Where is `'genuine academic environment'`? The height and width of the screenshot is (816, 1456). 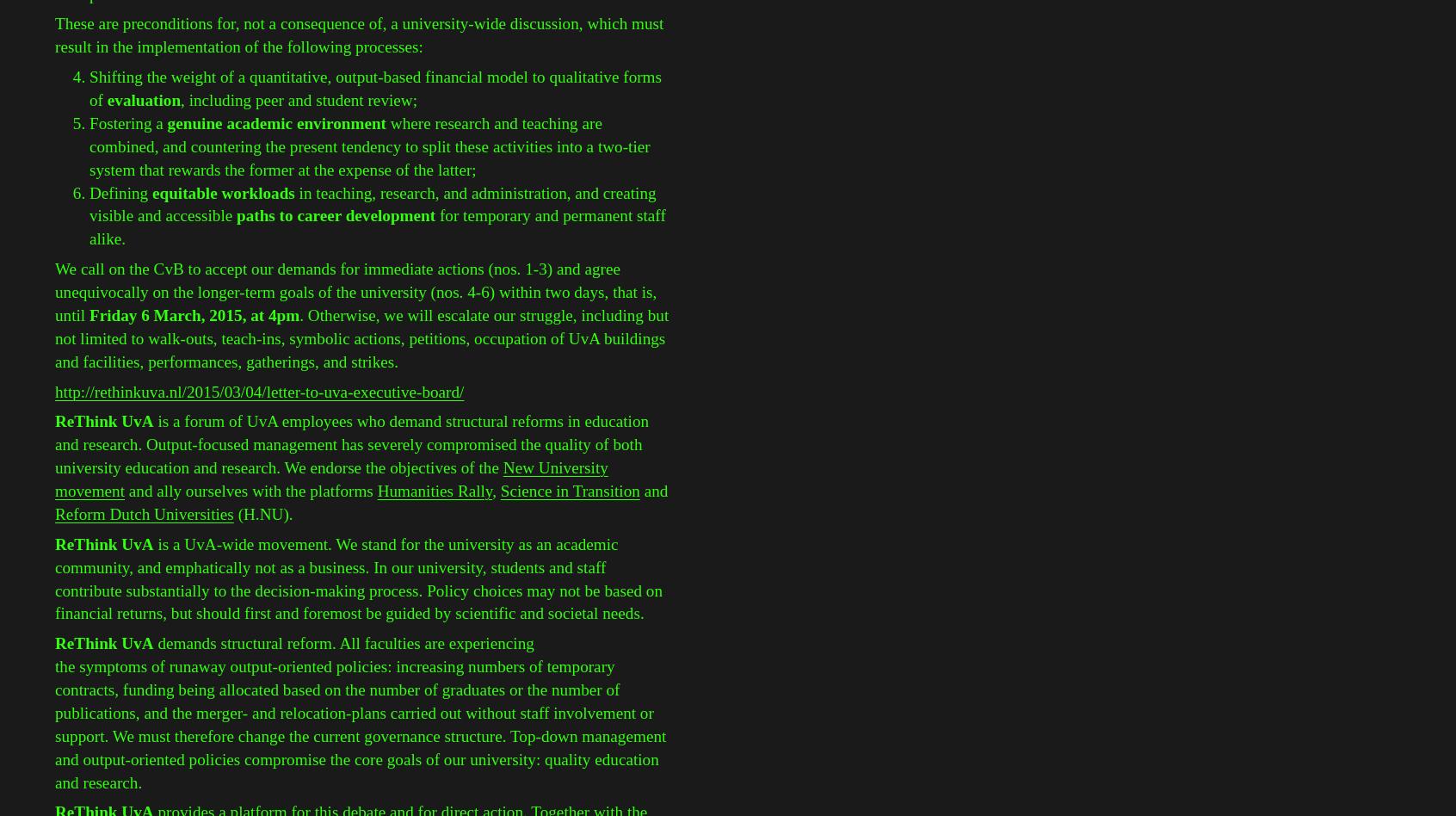
'genuine academic environment' is located at coordinates (275, 121).